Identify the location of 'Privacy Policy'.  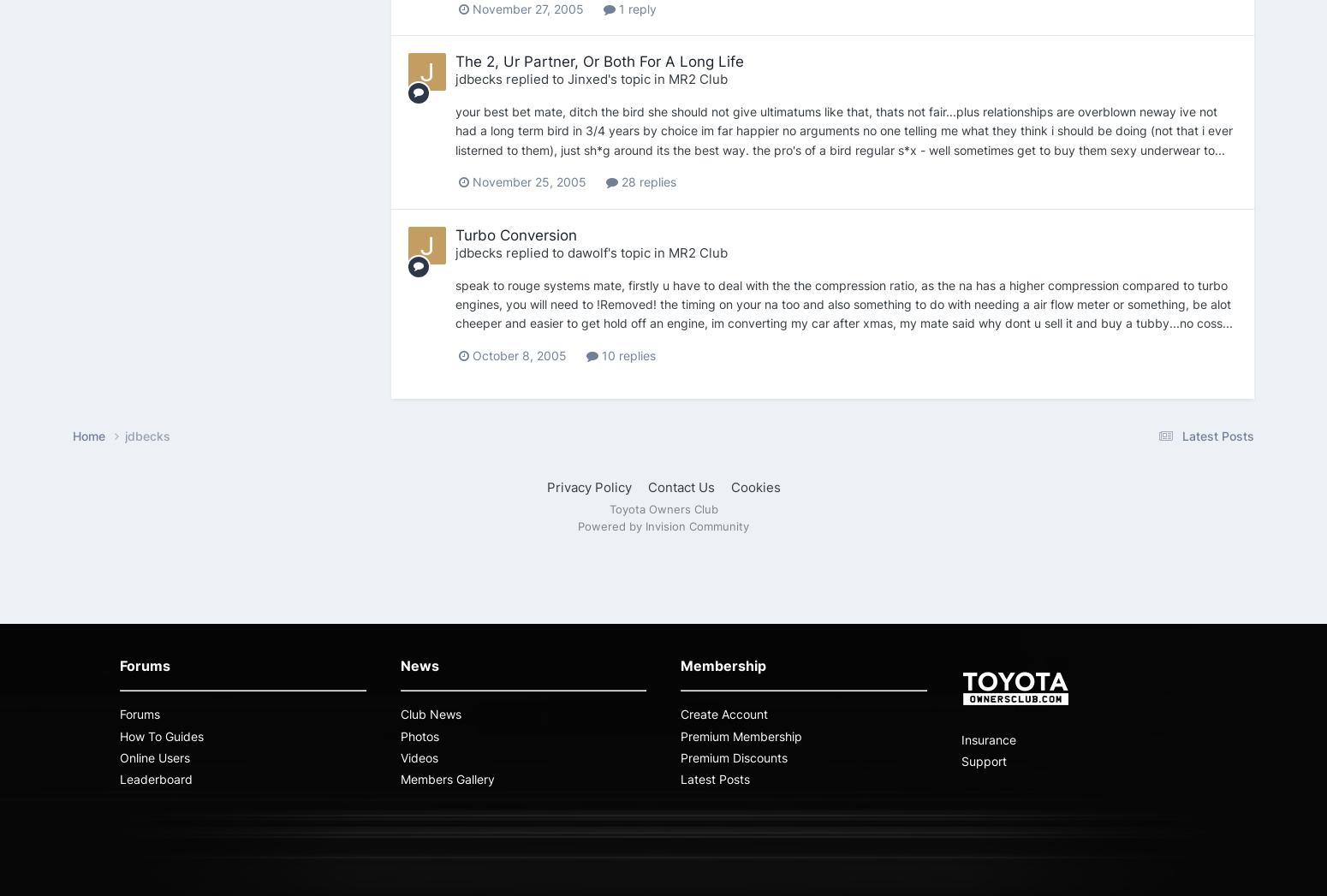
(587, 486).